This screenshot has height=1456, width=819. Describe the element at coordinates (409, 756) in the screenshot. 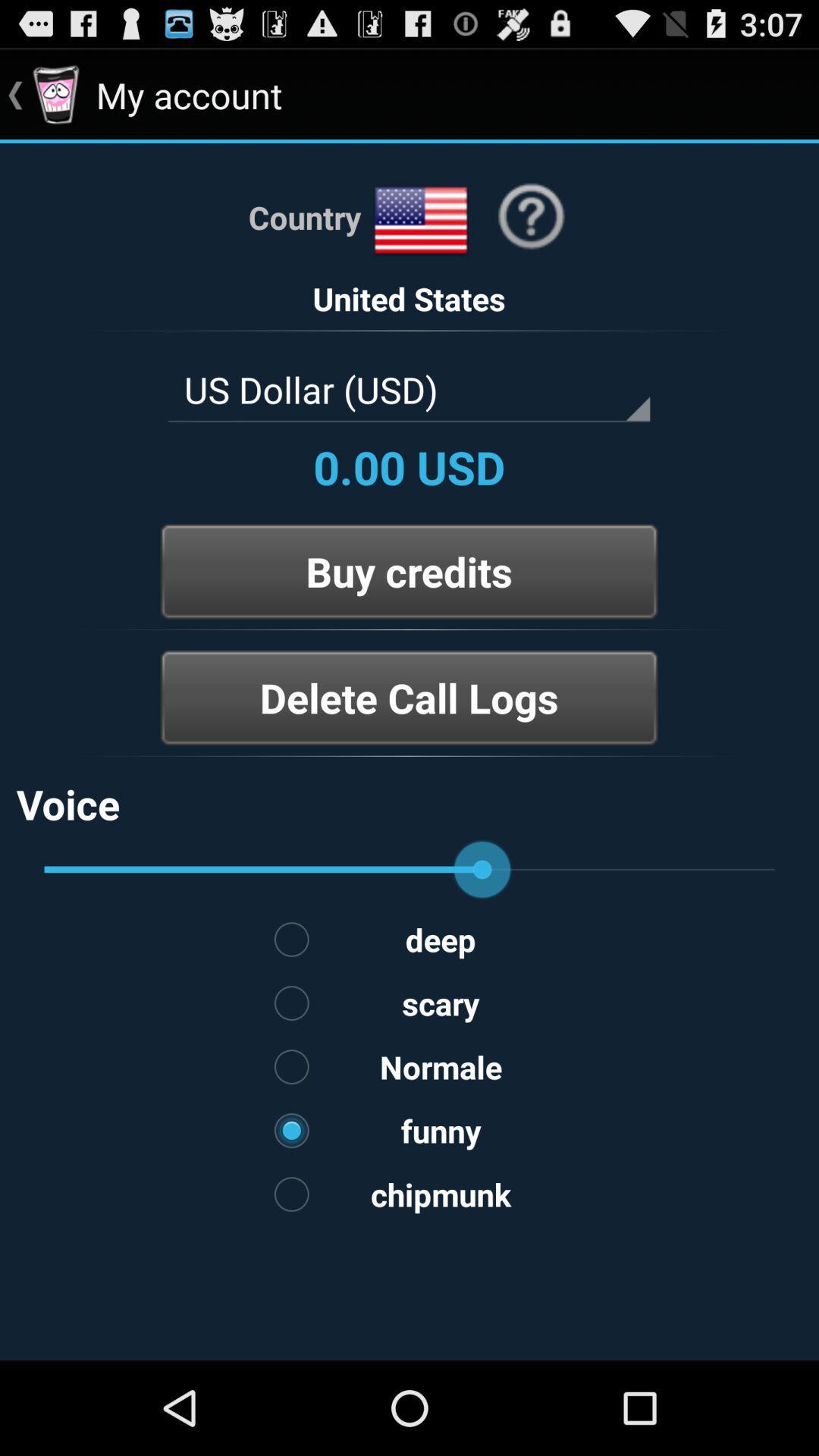

I see `improper tagging` at that location.